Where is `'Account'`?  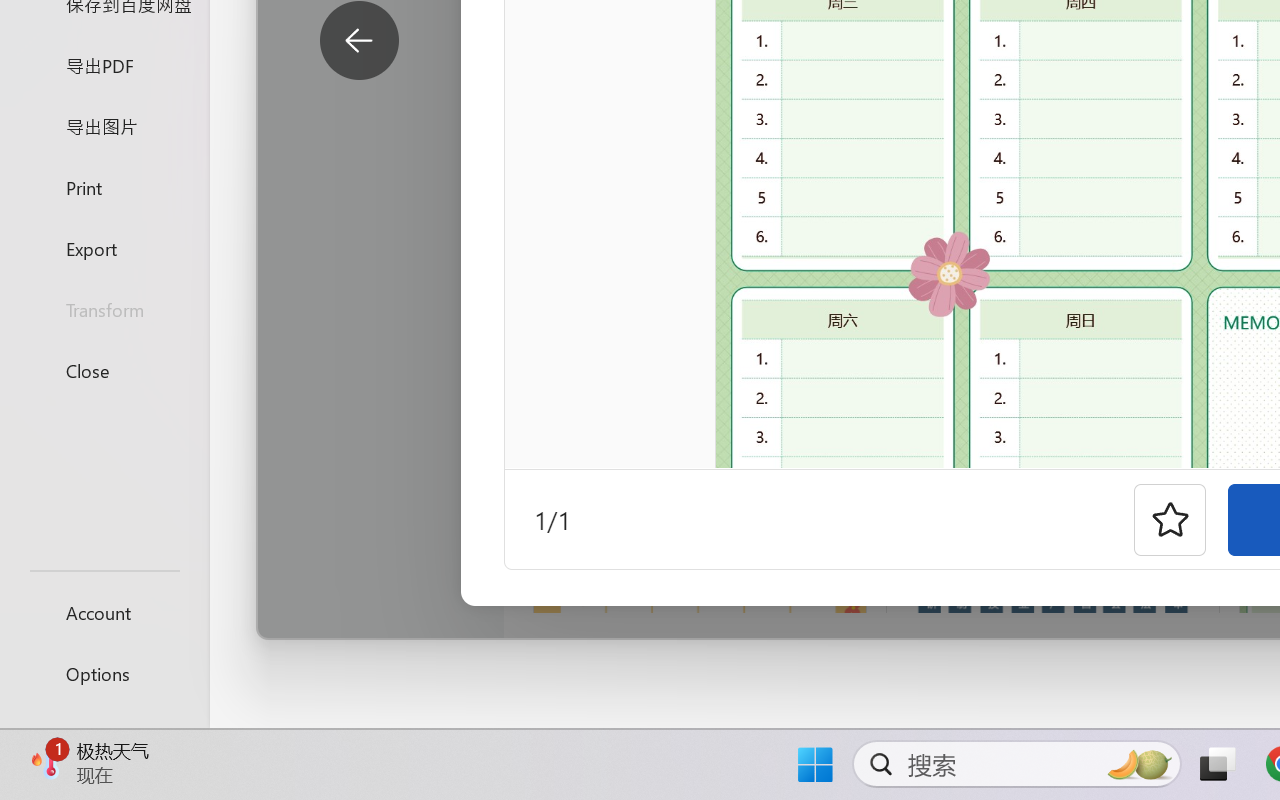
'Account' is located at coordinates (103, 612).